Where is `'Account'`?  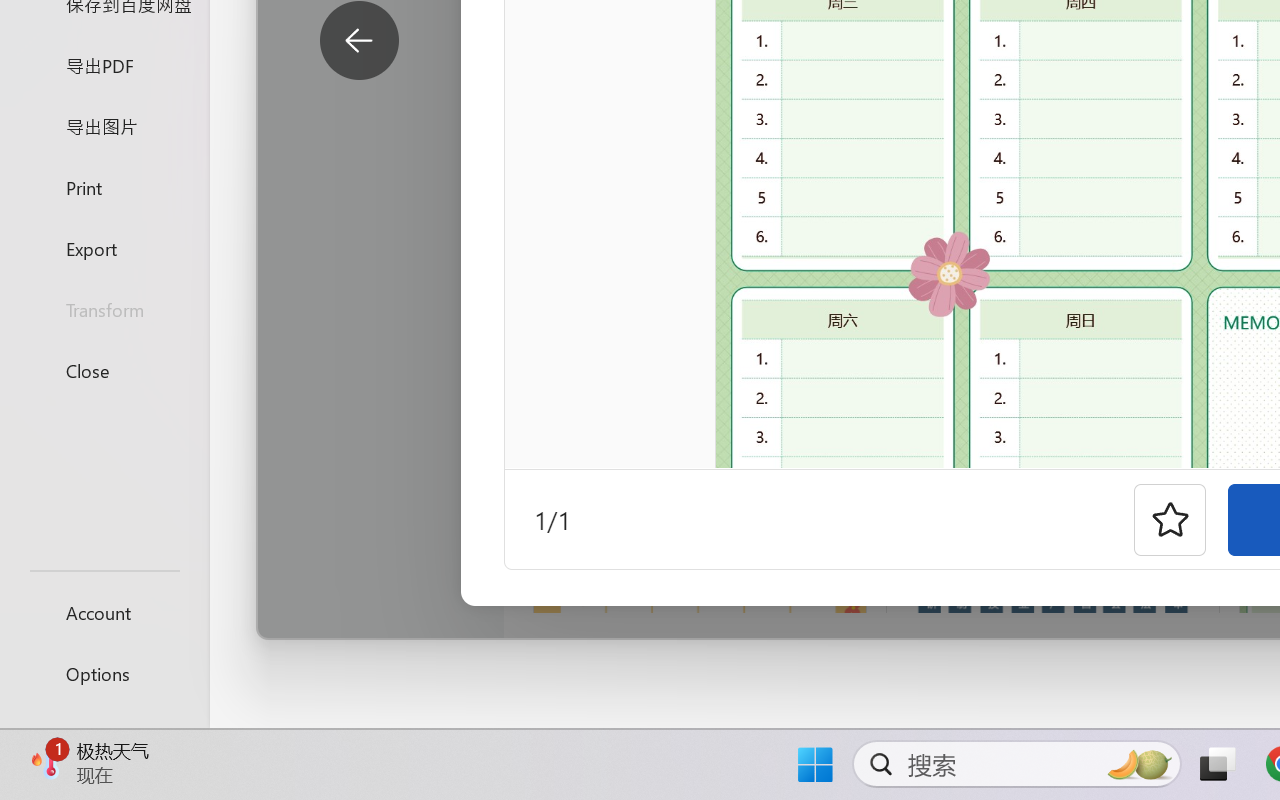
'Account' is located at coordinates (103, 612).